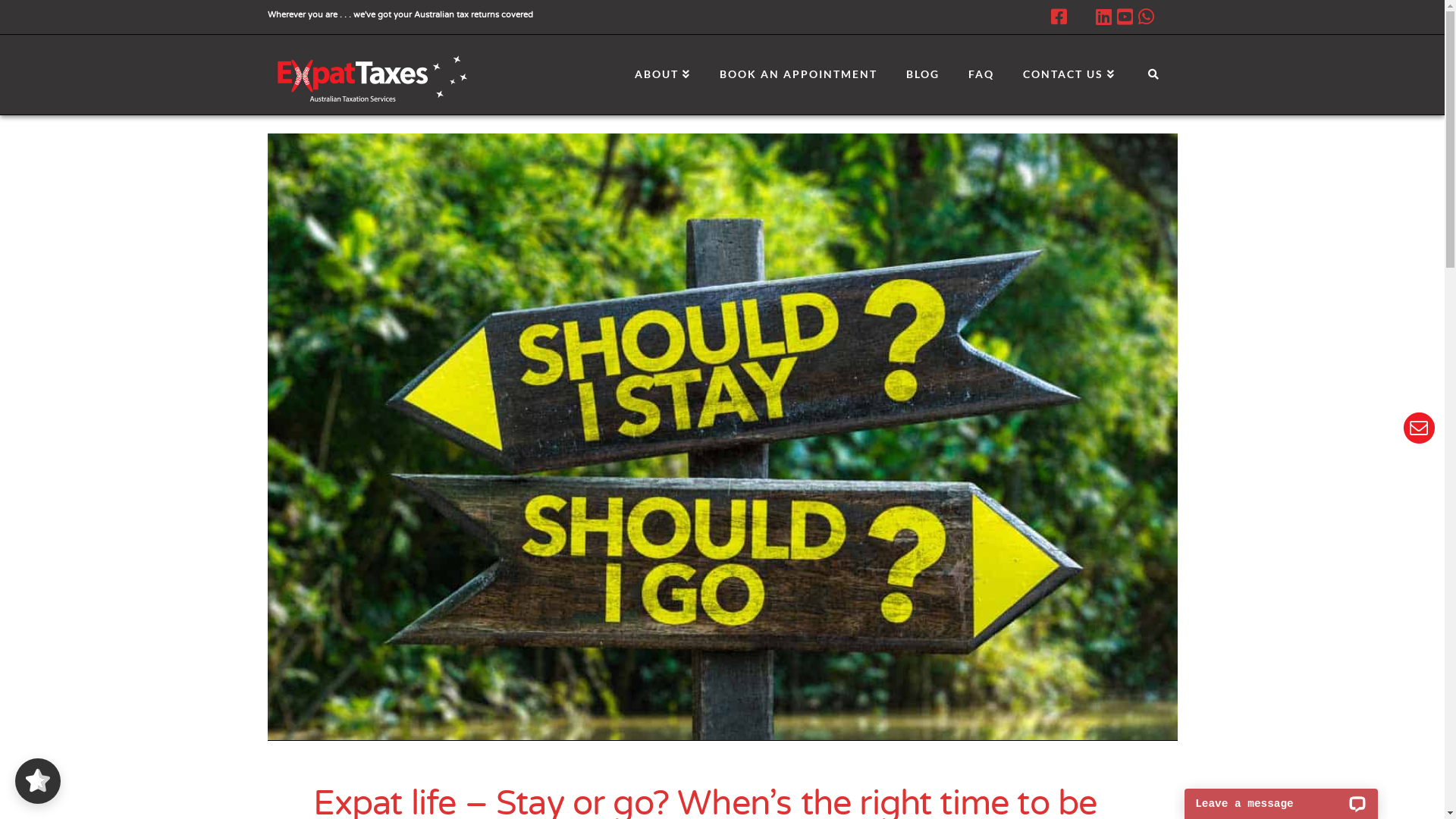 Image resolution: width=1456 pixels, height=819 pixels. I want to click on 'LinkedIn', so click(1103, 17).